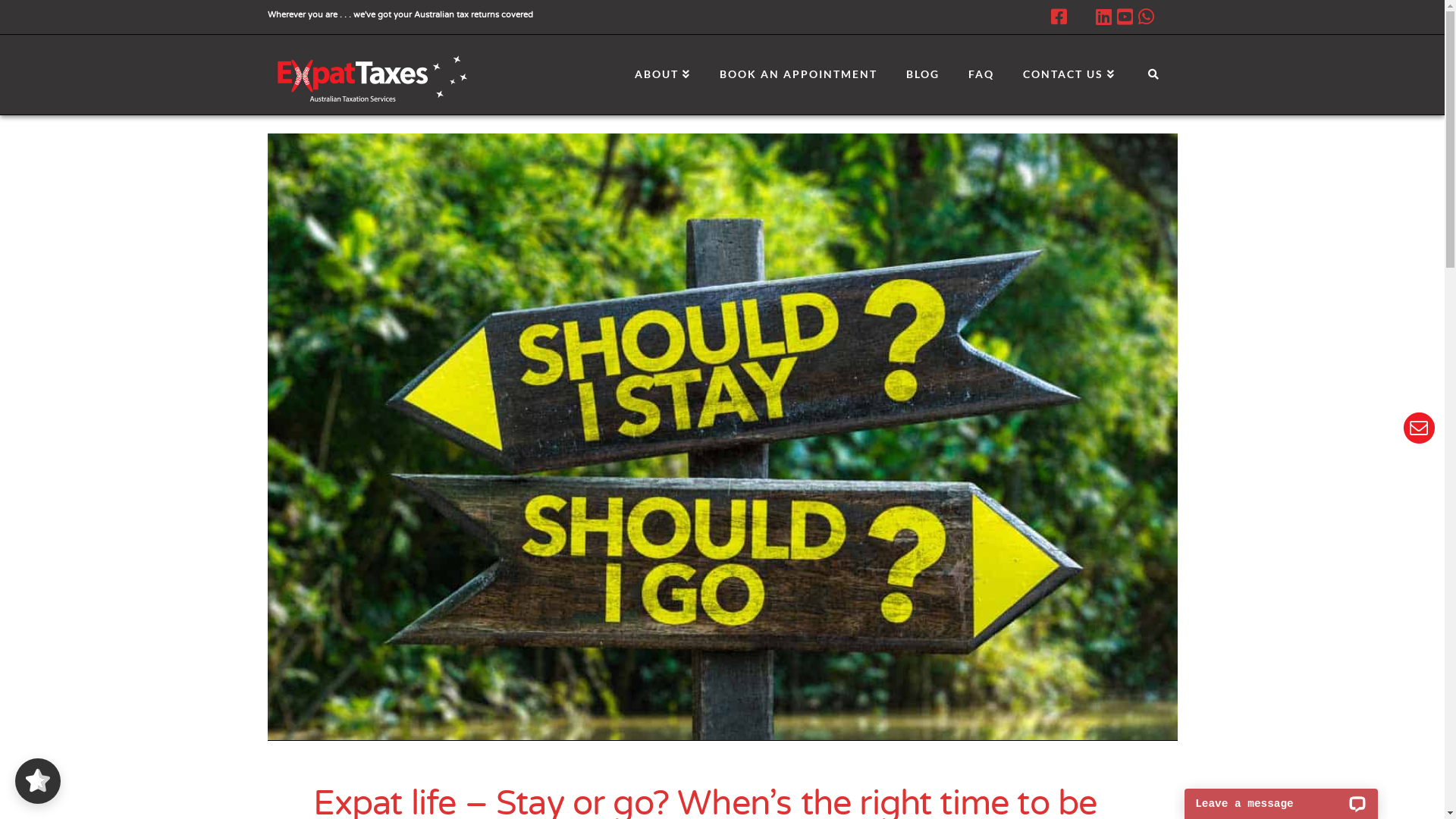 Image resolution: width=1456 pixels, height=819 pixels. I want to click on 'LinkedIn', so click(1103, 17).